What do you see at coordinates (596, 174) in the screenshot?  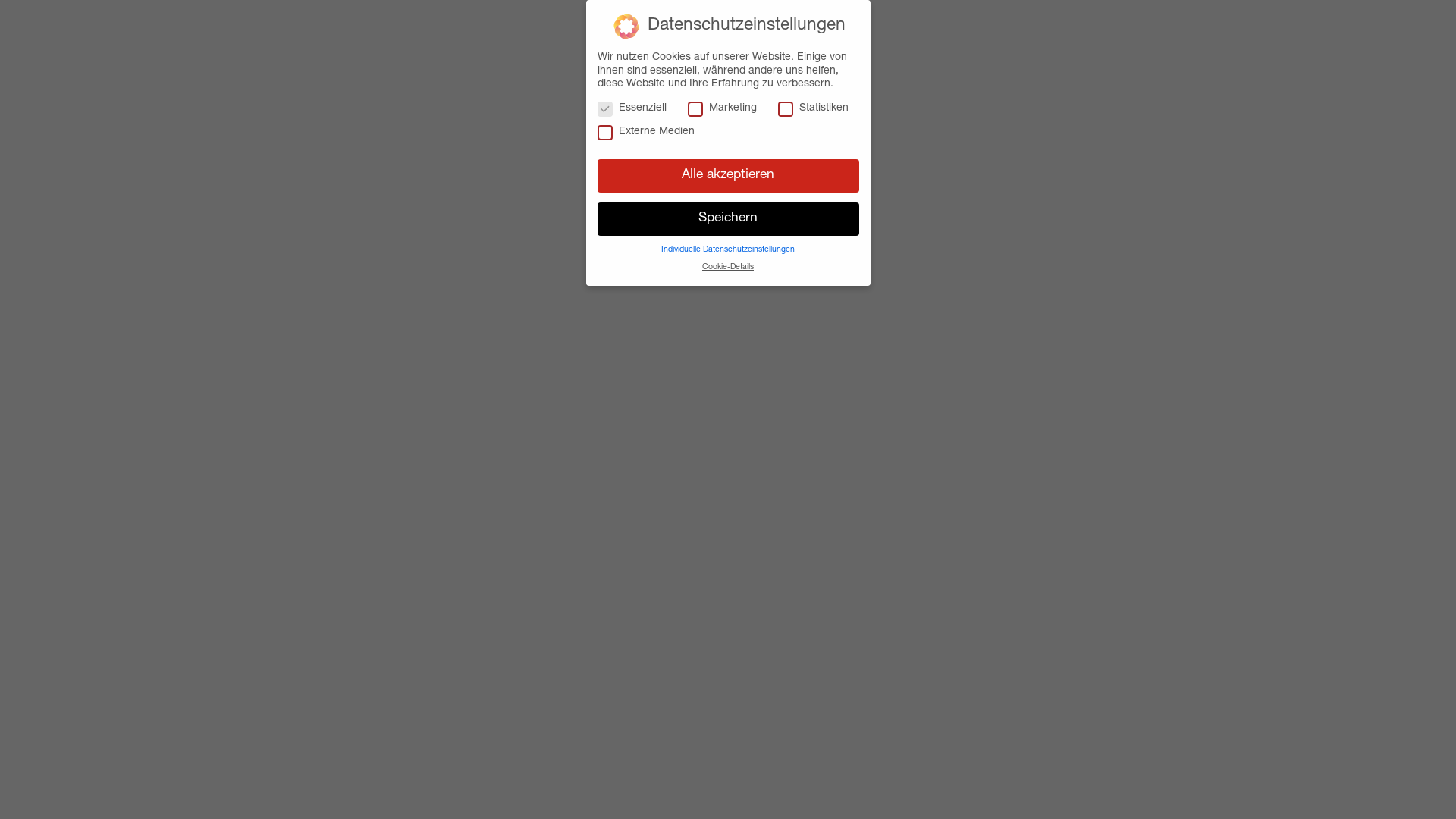 I see `'Alle akzeptieren'` at bounding box center [596, 174].